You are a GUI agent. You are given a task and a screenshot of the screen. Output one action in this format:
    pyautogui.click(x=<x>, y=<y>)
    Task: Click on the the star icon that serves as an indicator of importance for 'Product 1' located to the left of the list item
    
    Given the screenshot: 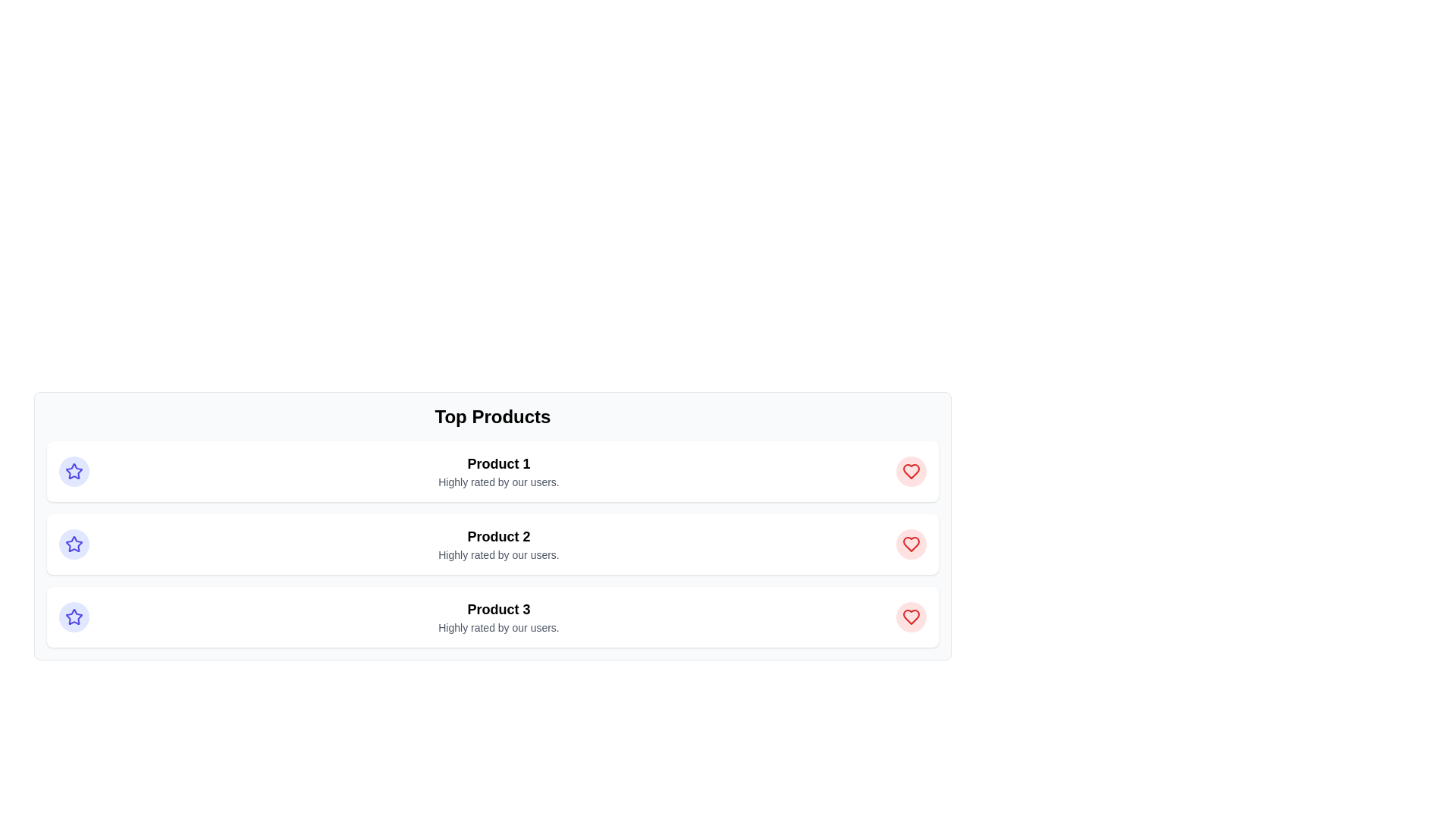 What is the action you would take?
    pyautogui.click(x=73, y=470)
    